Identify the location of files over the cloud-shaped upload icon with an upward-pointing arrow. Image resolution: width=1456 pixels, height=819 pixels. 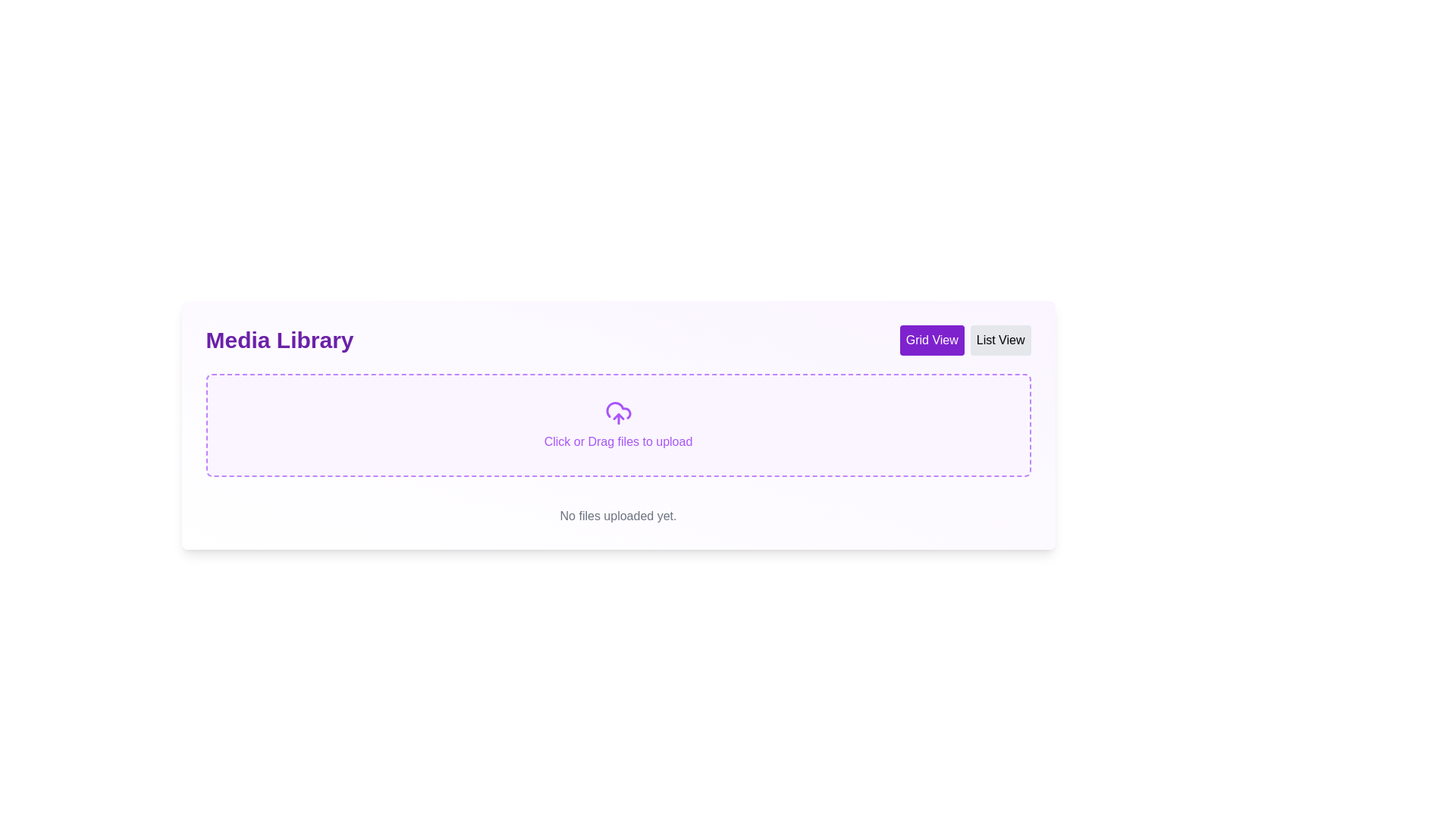
(618, 413).